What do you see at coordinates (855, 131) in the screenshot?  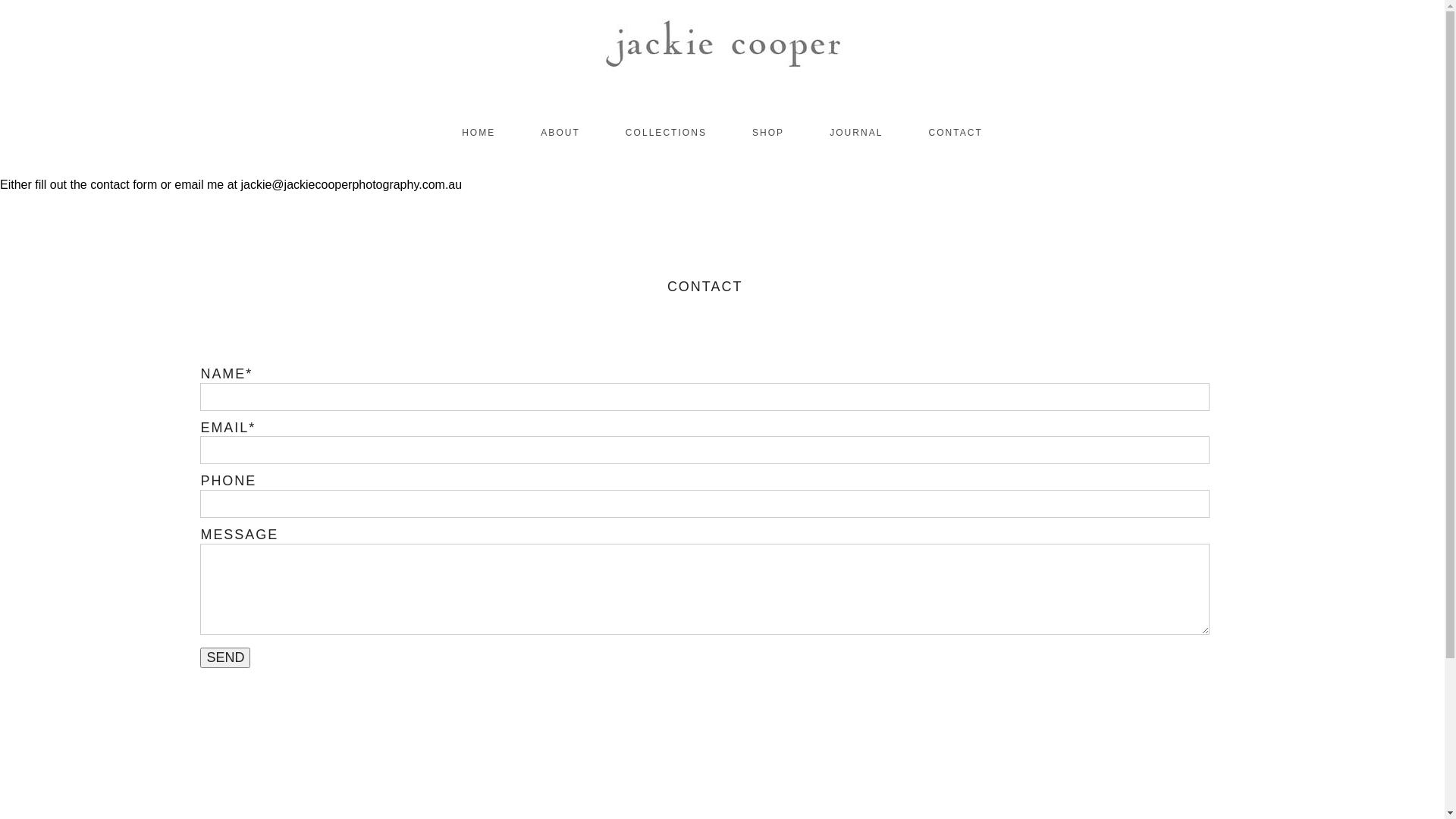 I see `'JOURNAL'` at bounding box center [855, 131].